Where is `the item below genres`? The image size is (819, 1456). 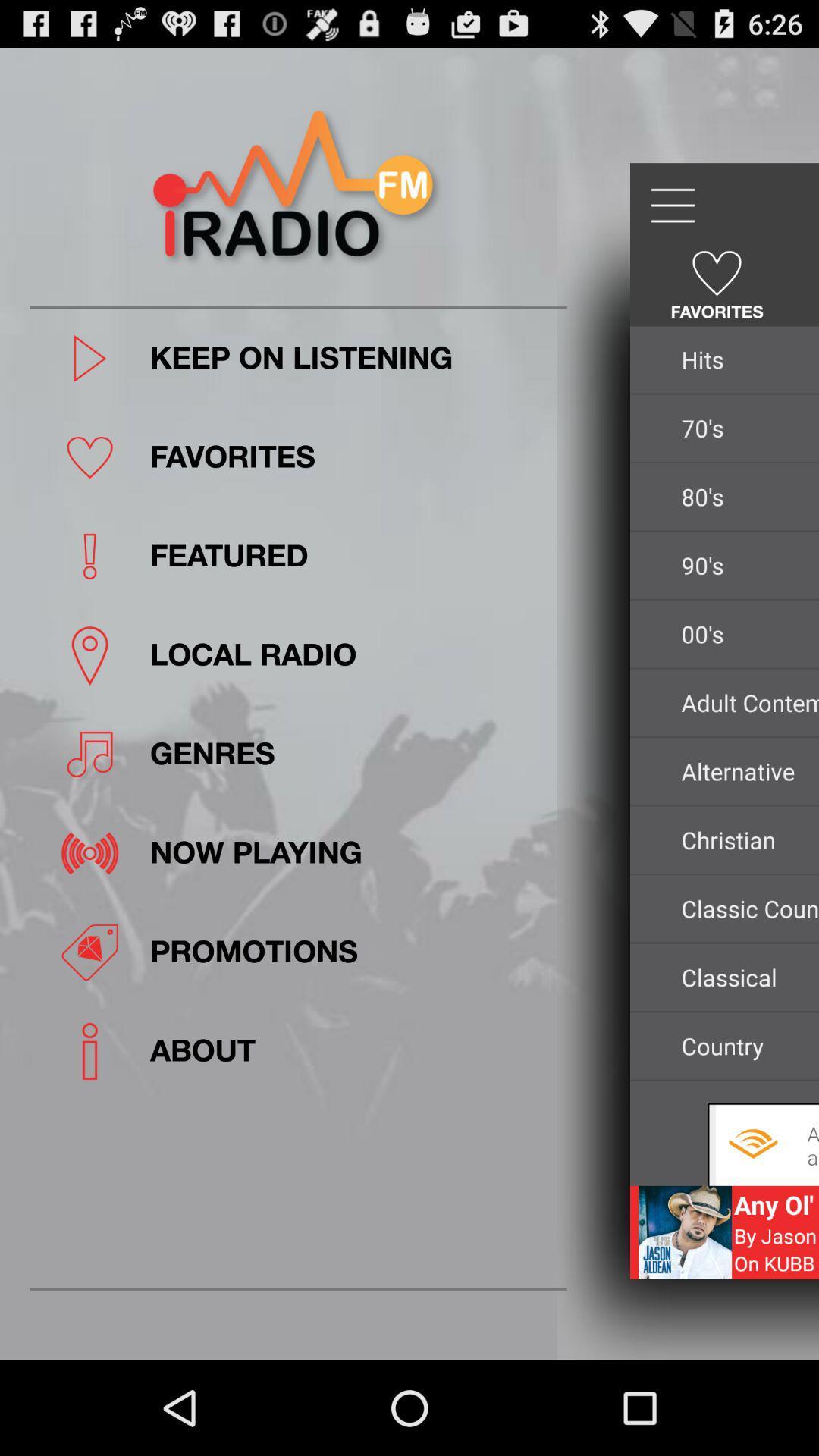
the item below genres is located at coordinates (353, 853).